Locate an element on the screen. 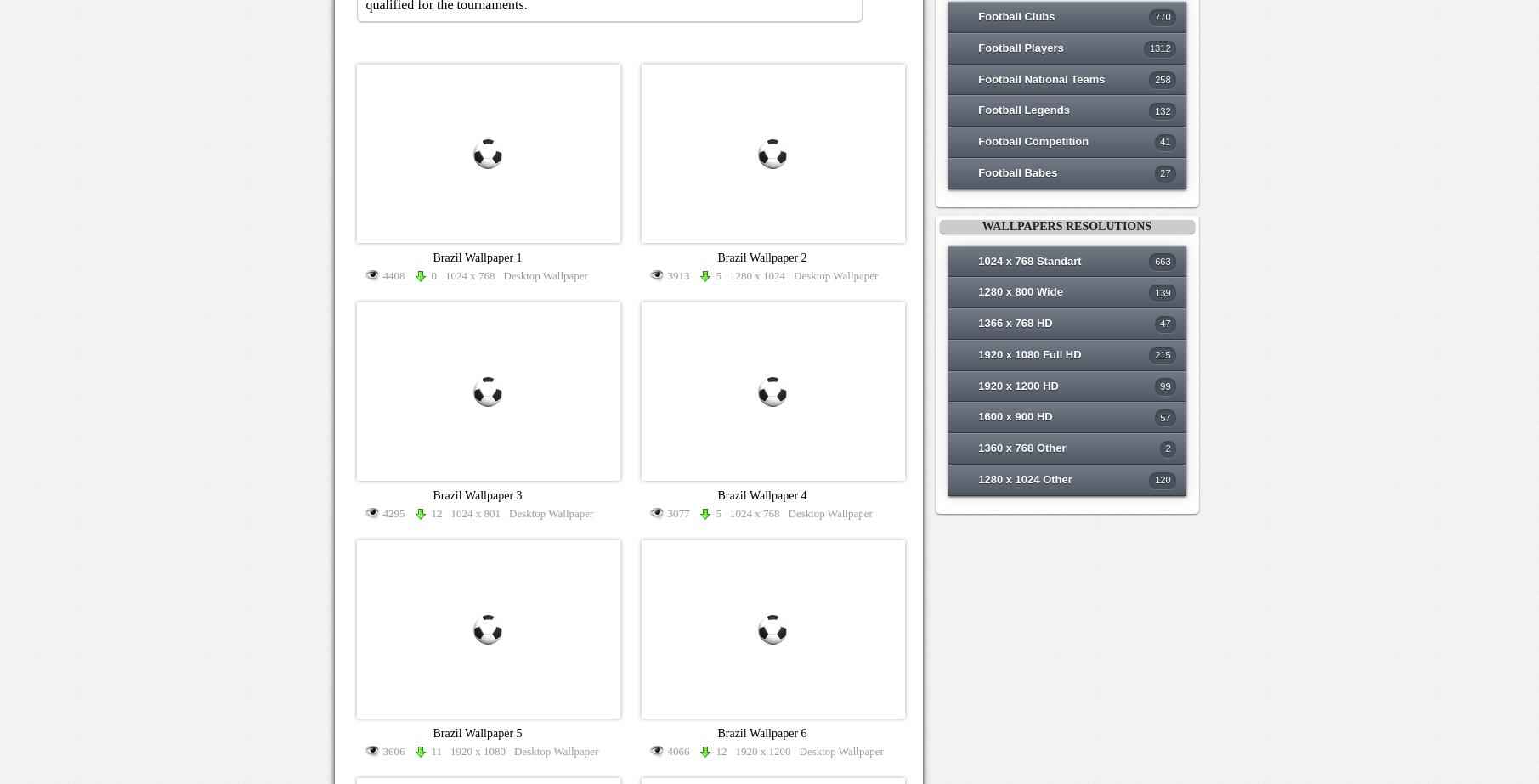 The width and height of the screenshot is (1539, 784). '1920 x 1080 Full HD' is located at coordinates (1029, 353).